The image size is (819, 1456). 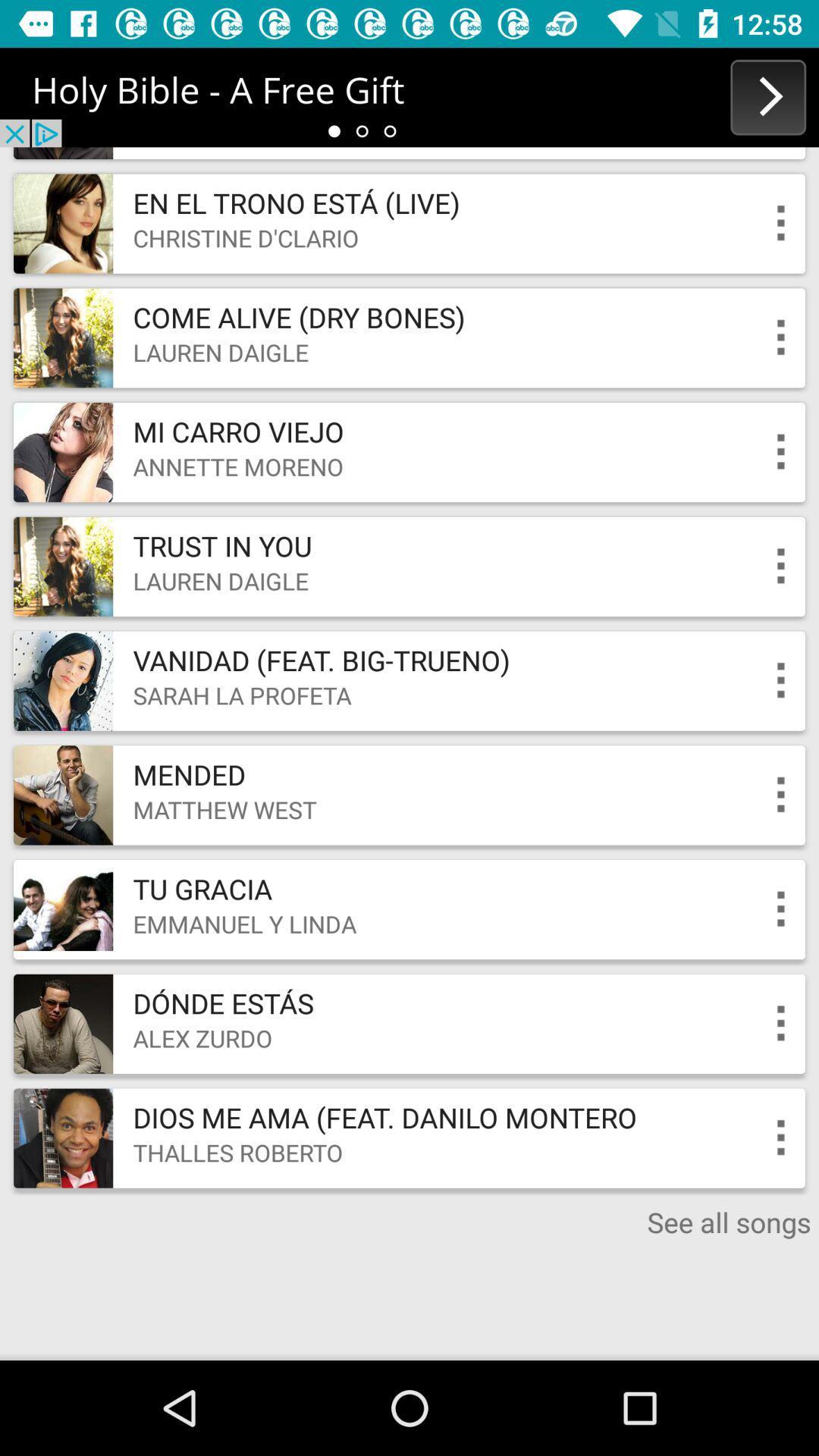 What do you see at coordinates (781, 222) in the screenshot?
I see `three dots below right arrow` at bounding box center [781, 222].